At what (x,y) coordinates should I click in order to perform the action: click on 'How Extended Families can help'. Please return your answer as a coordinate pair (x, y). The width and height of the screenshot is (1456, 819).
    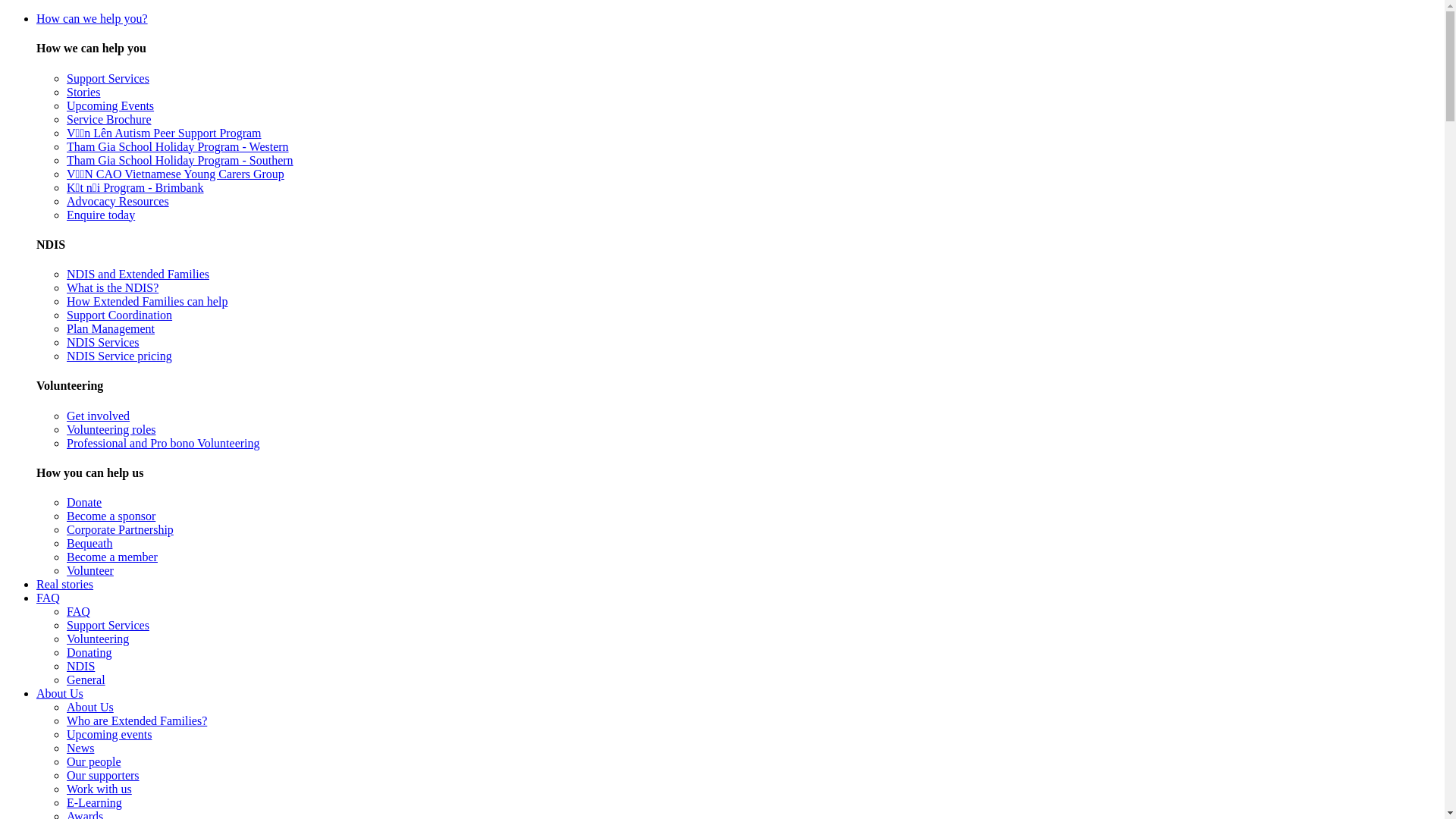
    Looking at the image, I should click on (146, 301).